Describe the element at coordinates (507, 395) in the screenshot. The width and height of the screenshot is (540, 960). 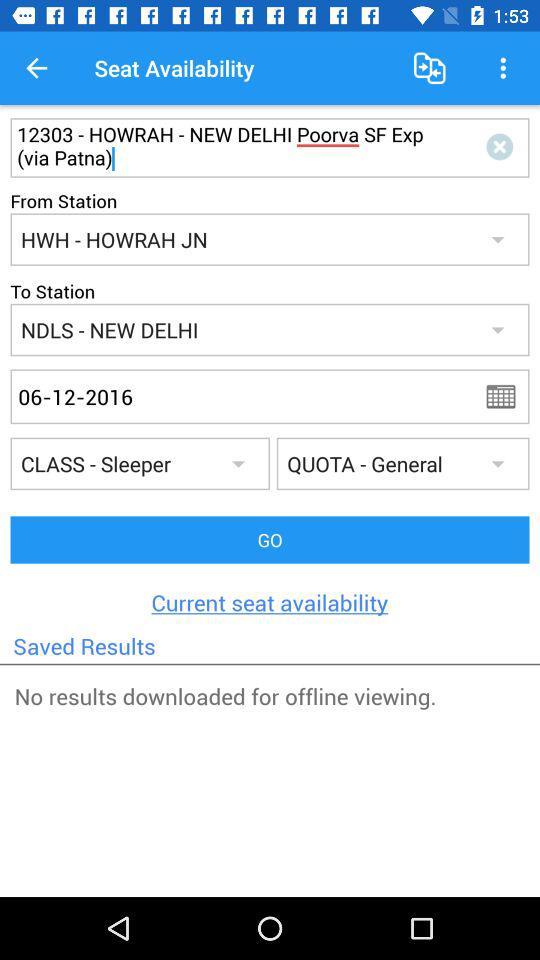
I see `travel date` at that location.